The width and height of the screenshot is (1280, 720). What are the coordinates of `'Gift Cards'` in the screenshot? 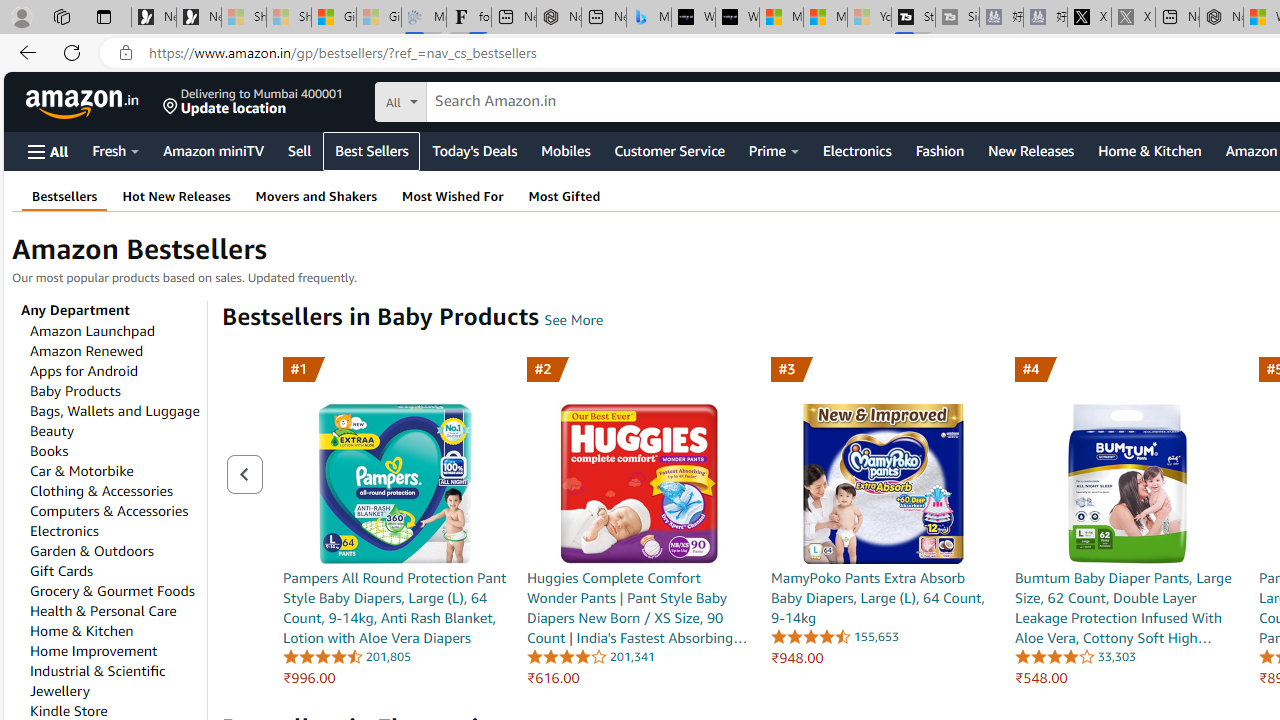 It's located at (61, 571).